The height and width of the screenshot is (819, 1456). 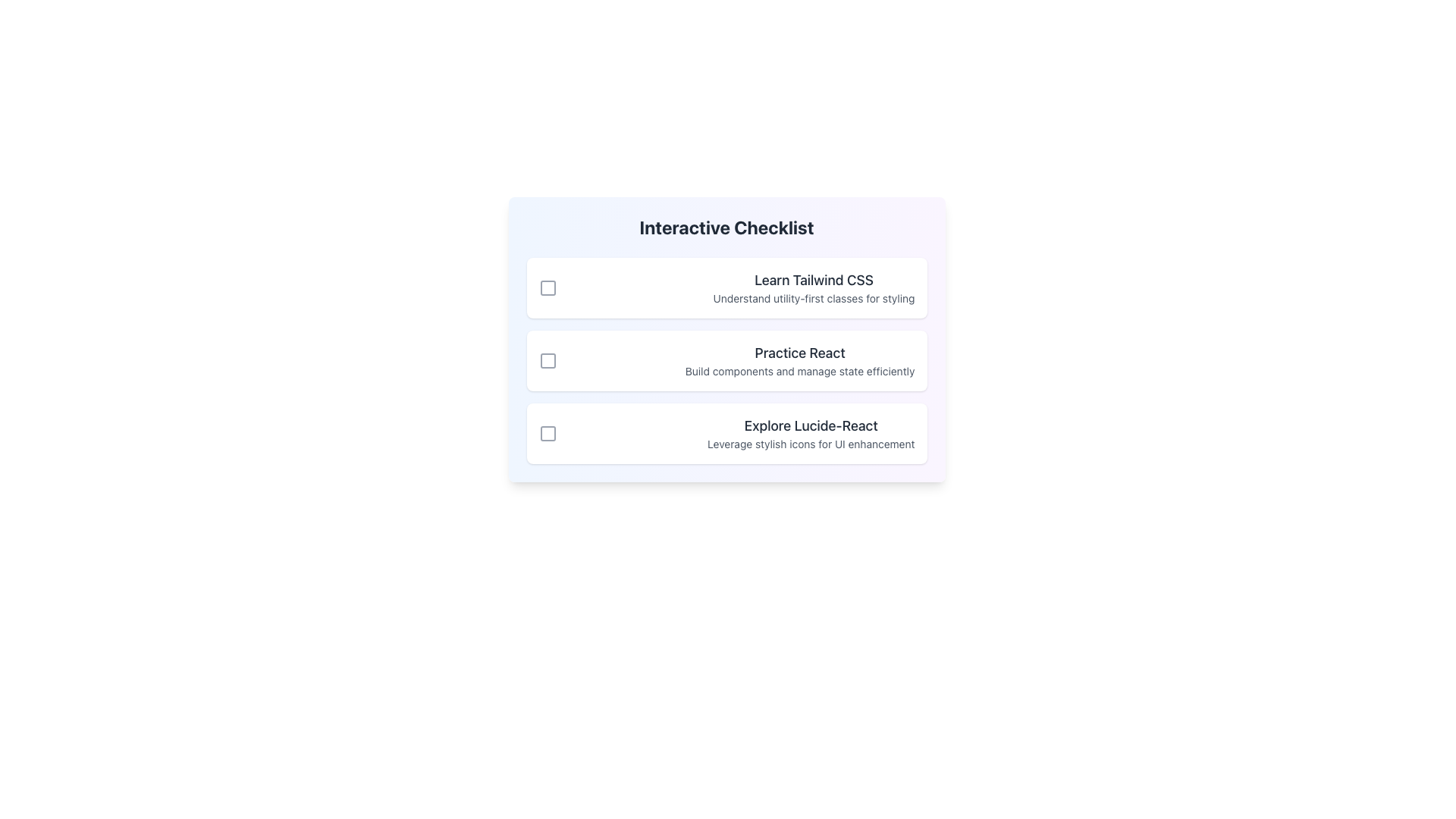 What do you see at coordinates (547, 360) in the screenshot?
I see `the interactive checkbox for the checklist item titled 'Practice React'` at bounding box center [547, 360].